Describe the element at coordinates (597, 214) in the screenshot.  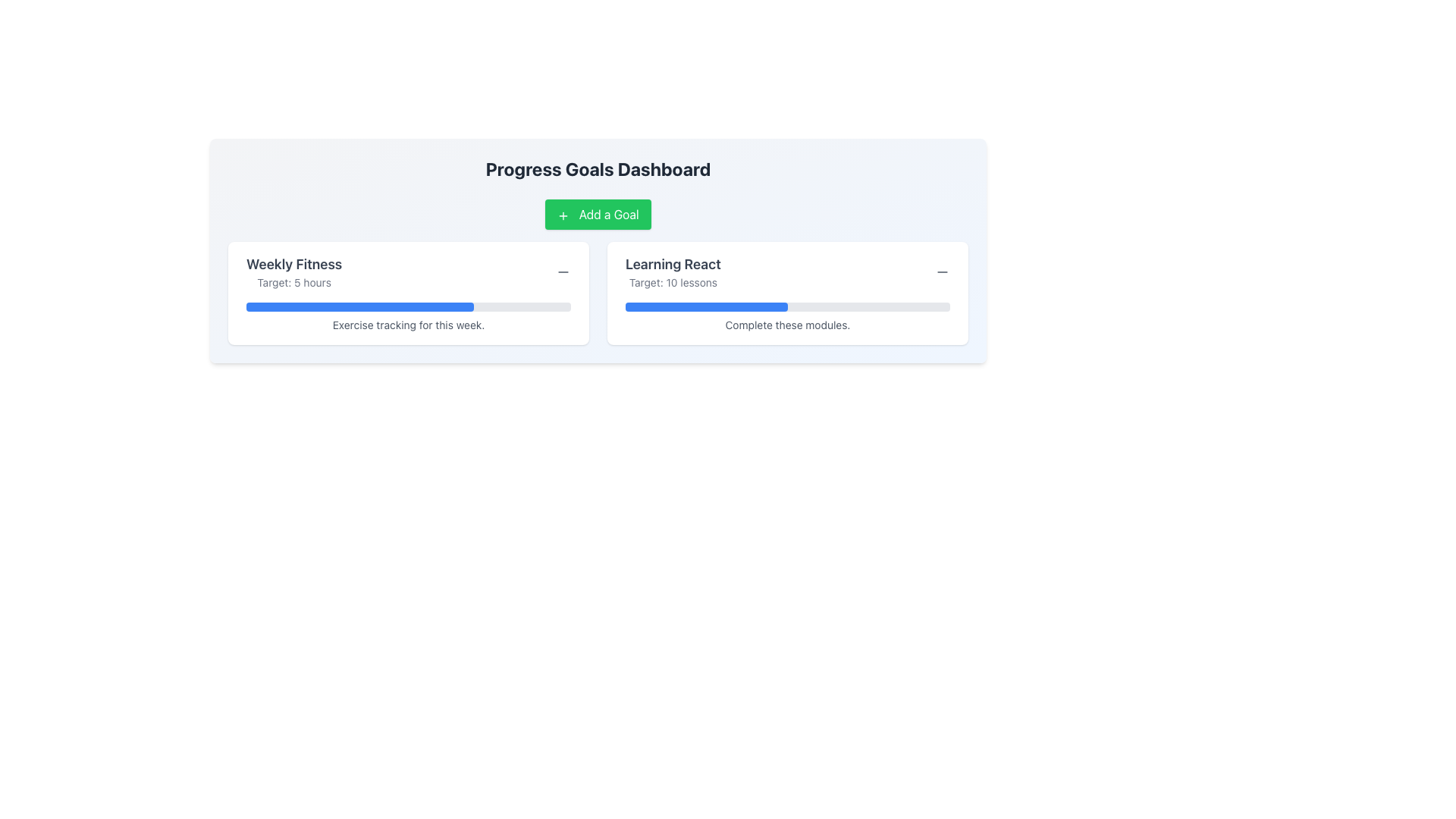
I see `the 'Add a Goal' button with a green background and white text located at the center-top of the 'Progress Goals Dashboard' section to enable keyboard interaction` at that location.